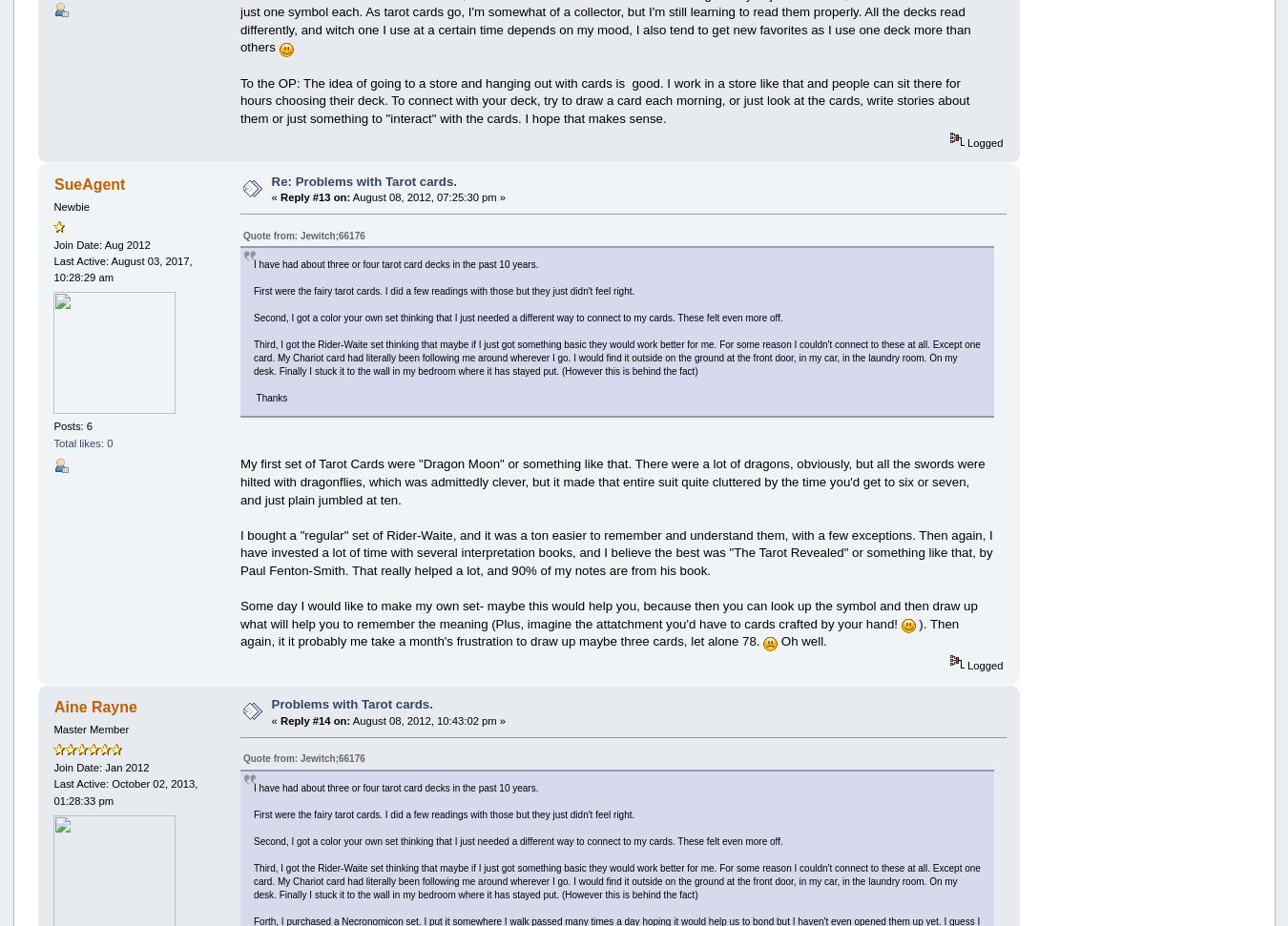 The image size is (1288, 926). What do you see at coordinates (238, 98) in the screenshot?
I see `'To the OP: The idea of going to a store and hanging out with cards is  good. I work in a store like that and people can sit there for hours choosing their deck. To connect with your deck, try to draw a card each morning, or just look at the cards, write stories about them or just something to "interact" with the cards. I hope that makes sense.'` at bounding box center [238, 98].